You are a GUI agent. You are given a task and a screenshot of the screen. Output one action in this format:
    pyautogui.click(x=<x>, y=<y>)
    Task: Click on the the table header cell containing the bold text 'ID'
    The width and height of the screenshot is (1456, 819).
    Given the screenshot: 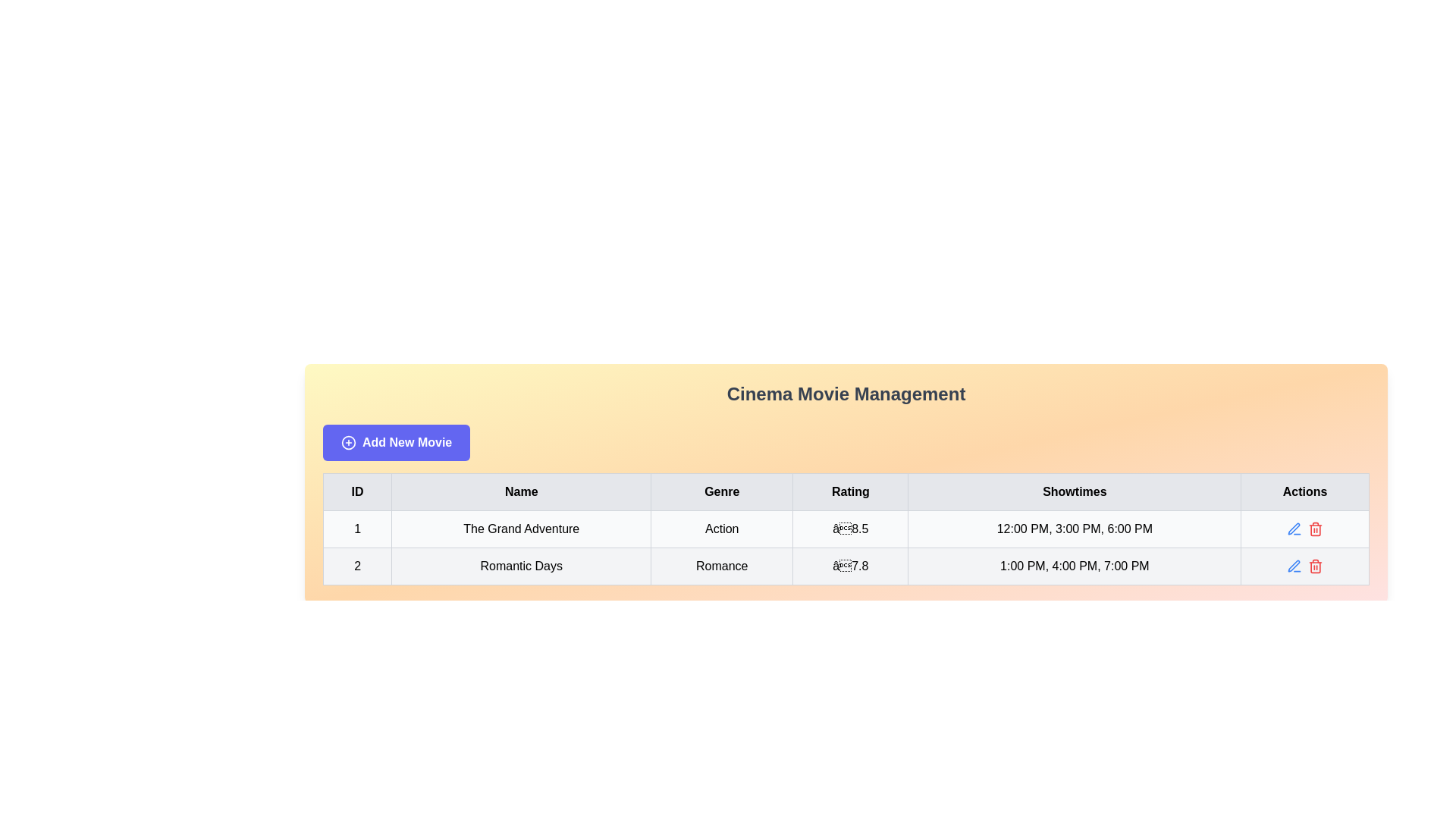 What is the action you would take?
    pyautogui.click(x=356, y=491)
    